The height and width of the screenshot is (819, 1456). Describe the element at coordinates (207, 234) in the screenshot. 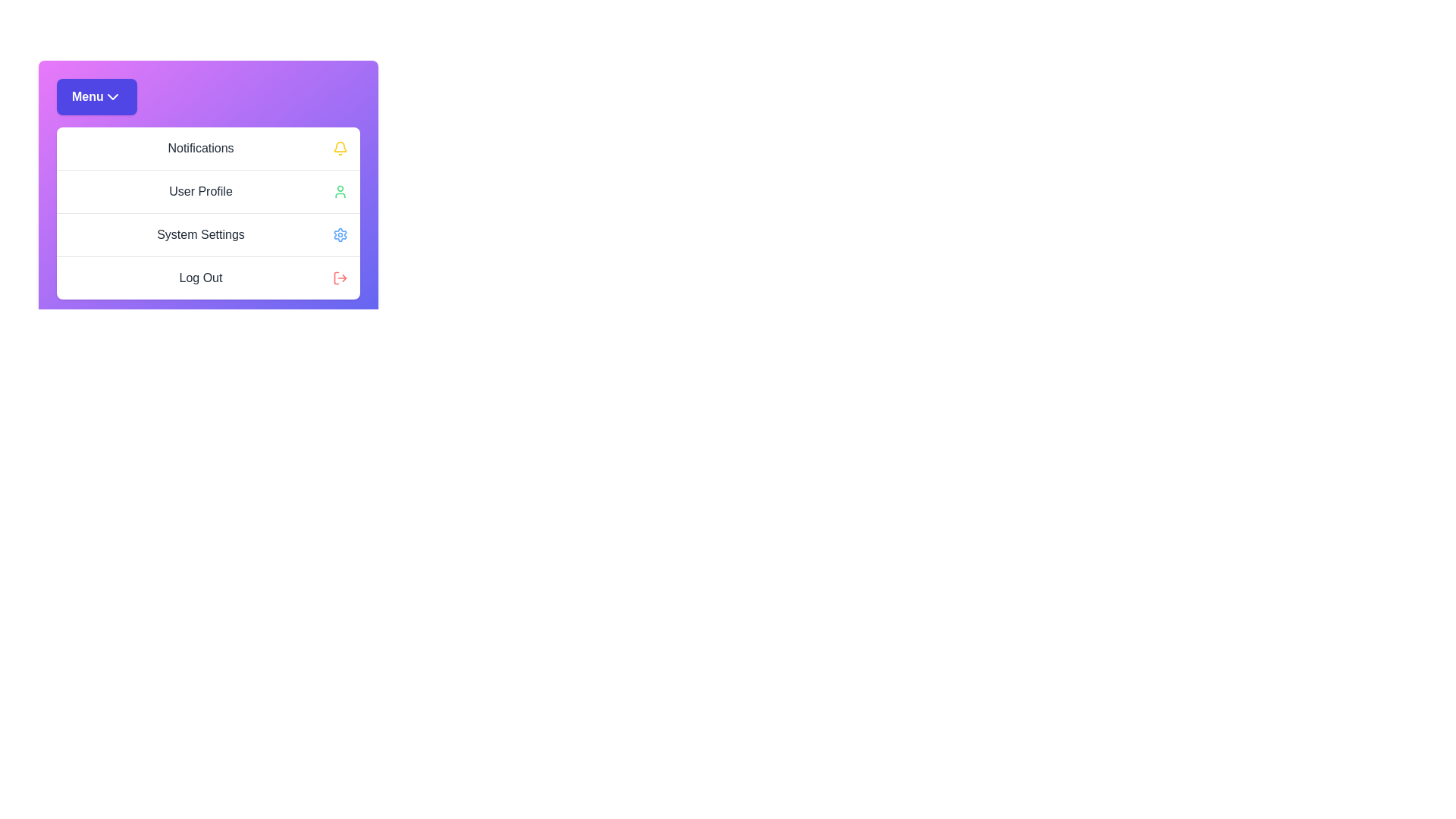

I see `the menu item labeled System Settings` at that location.